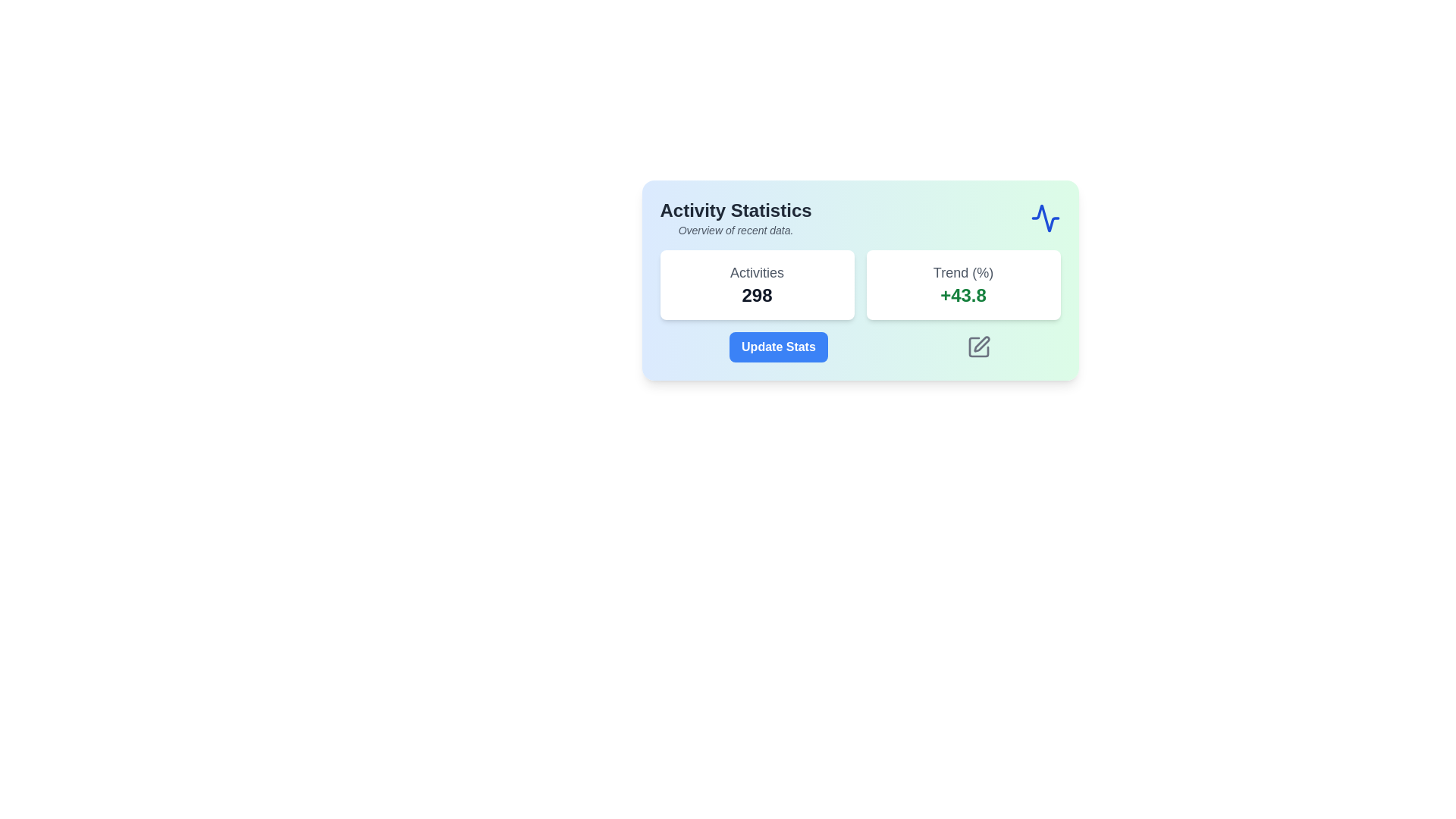 The width and height of the screenshot is (1456, 819). Describe the element at coordinates (962, 271) in the screenshot. I see `the text label reading 'Trend (%)' which is styled in light gray and positioned above a bold green text within a white card in the 'Activity Statistics' panel` at that location.